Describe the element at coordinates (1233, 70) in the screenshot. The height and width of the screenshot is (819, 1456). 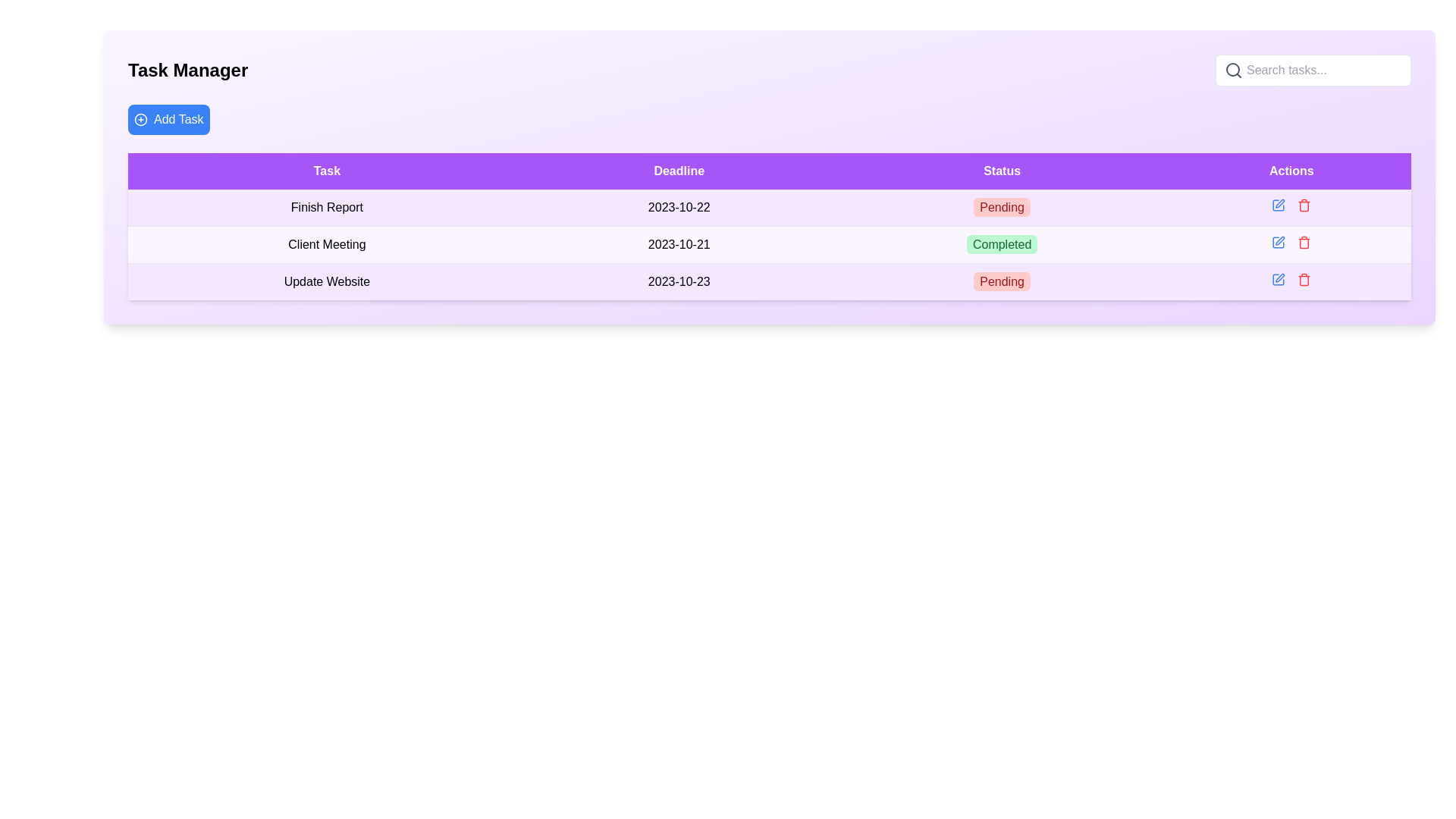
I see `the central circular portion of the magnifying glass icon located` at that location.